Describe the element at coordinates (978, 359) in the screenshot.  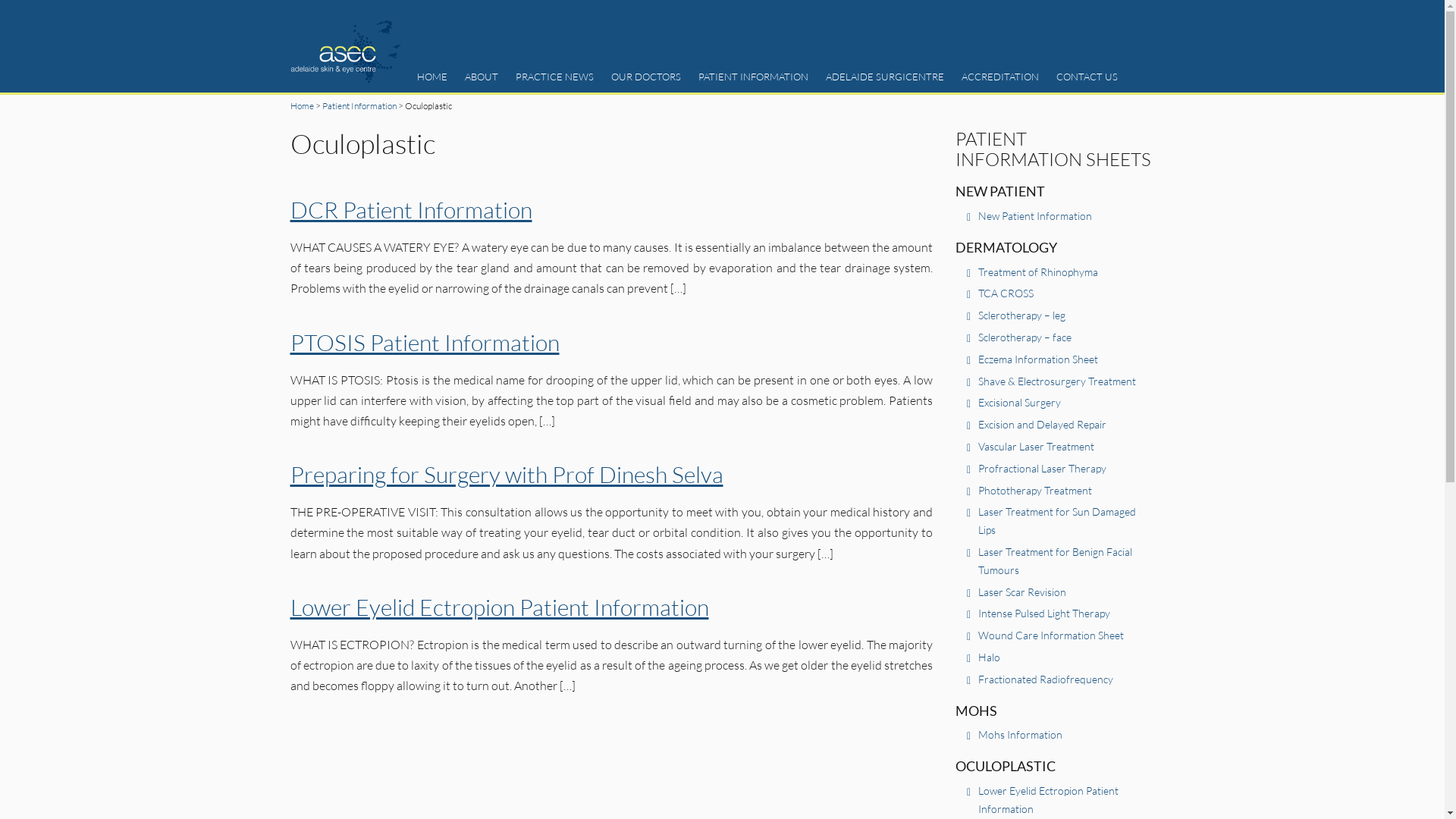
I see `'Eczema Information Sheet'` at that location.